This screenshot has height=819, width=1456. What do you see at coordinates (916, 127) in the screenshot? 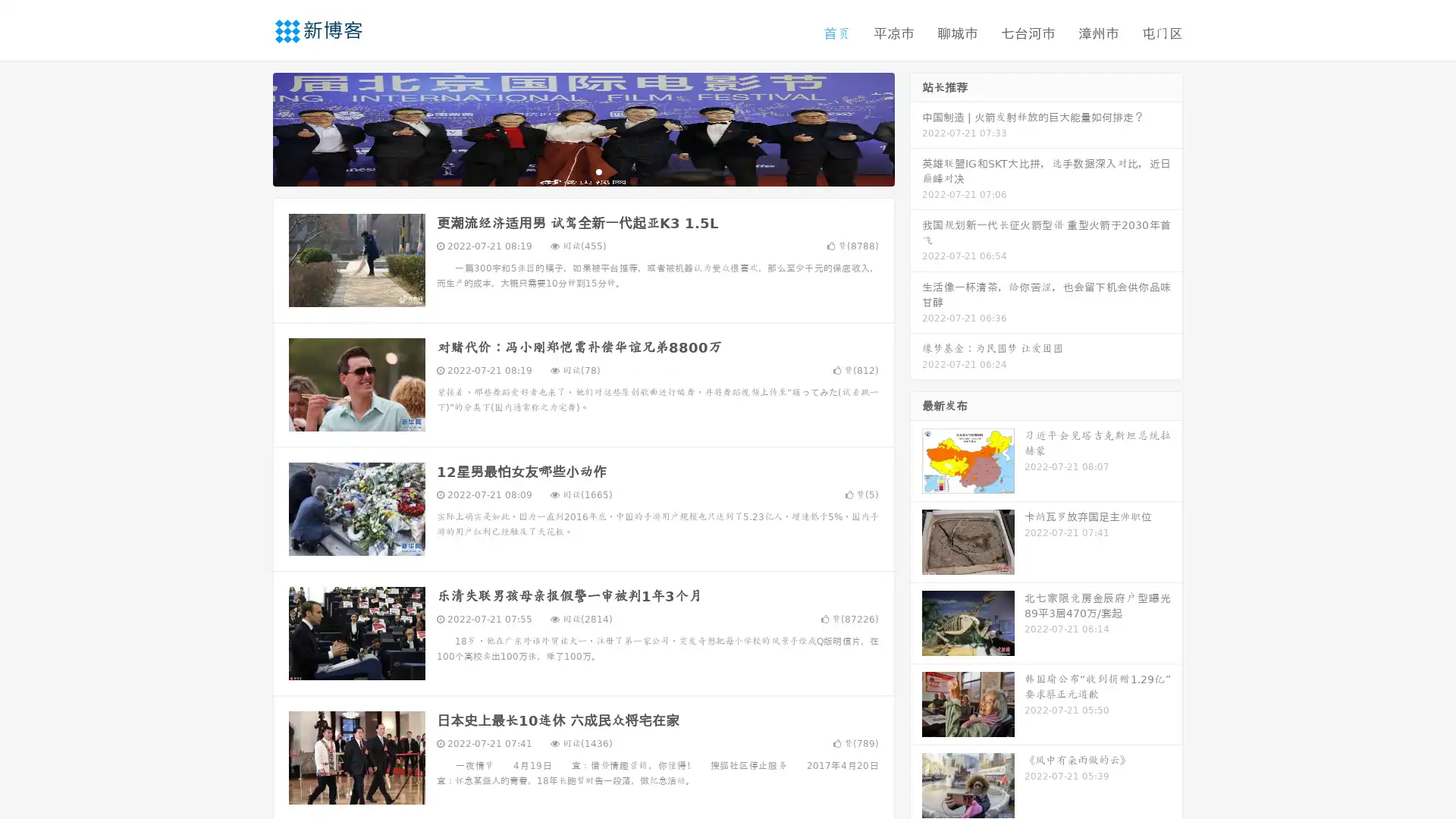
I see `Next slide` at bounding box center [916, 127].